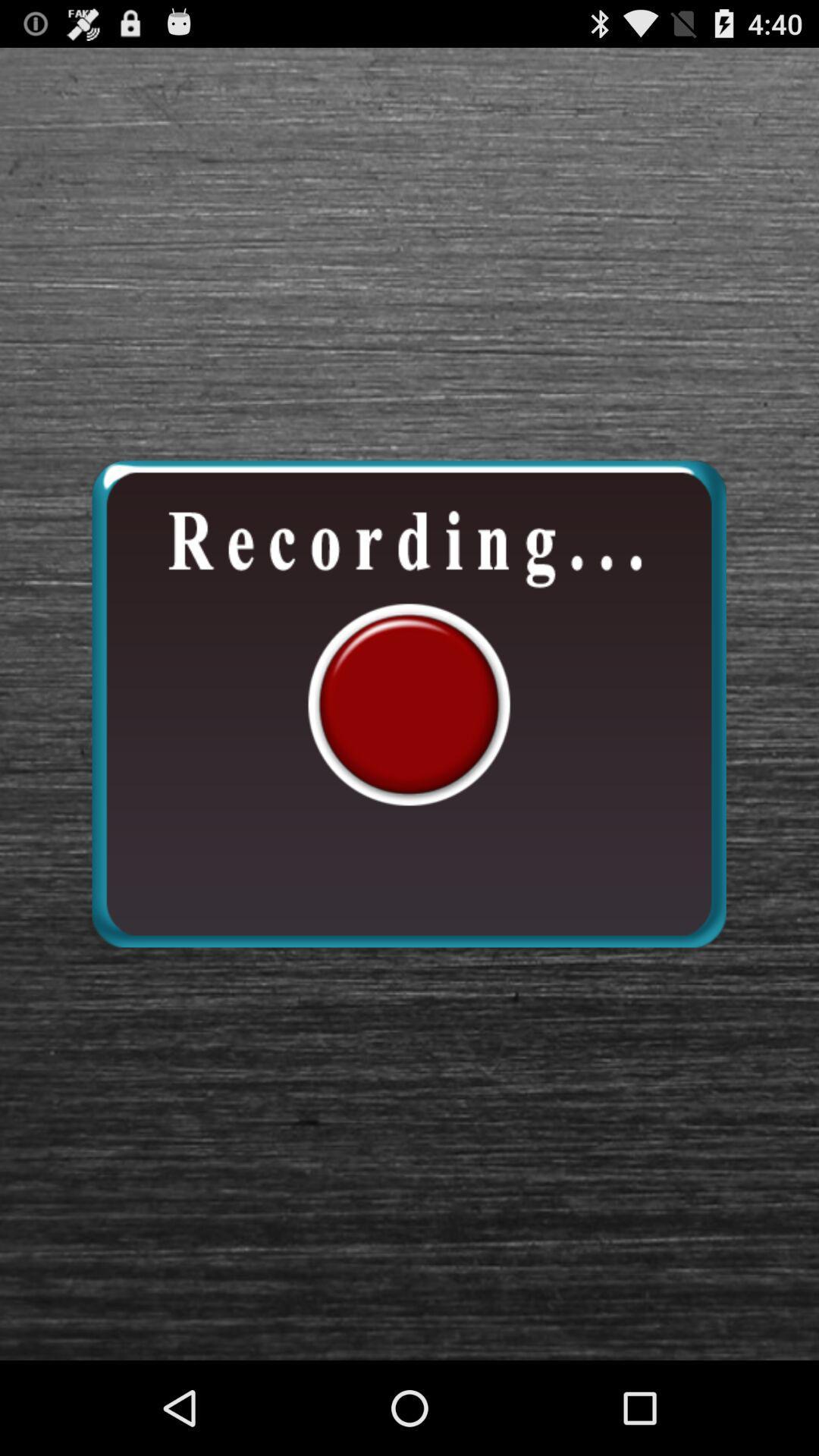 The width and height of the screenshot is (819, 1456). I want to click on record, so click(408, 703).